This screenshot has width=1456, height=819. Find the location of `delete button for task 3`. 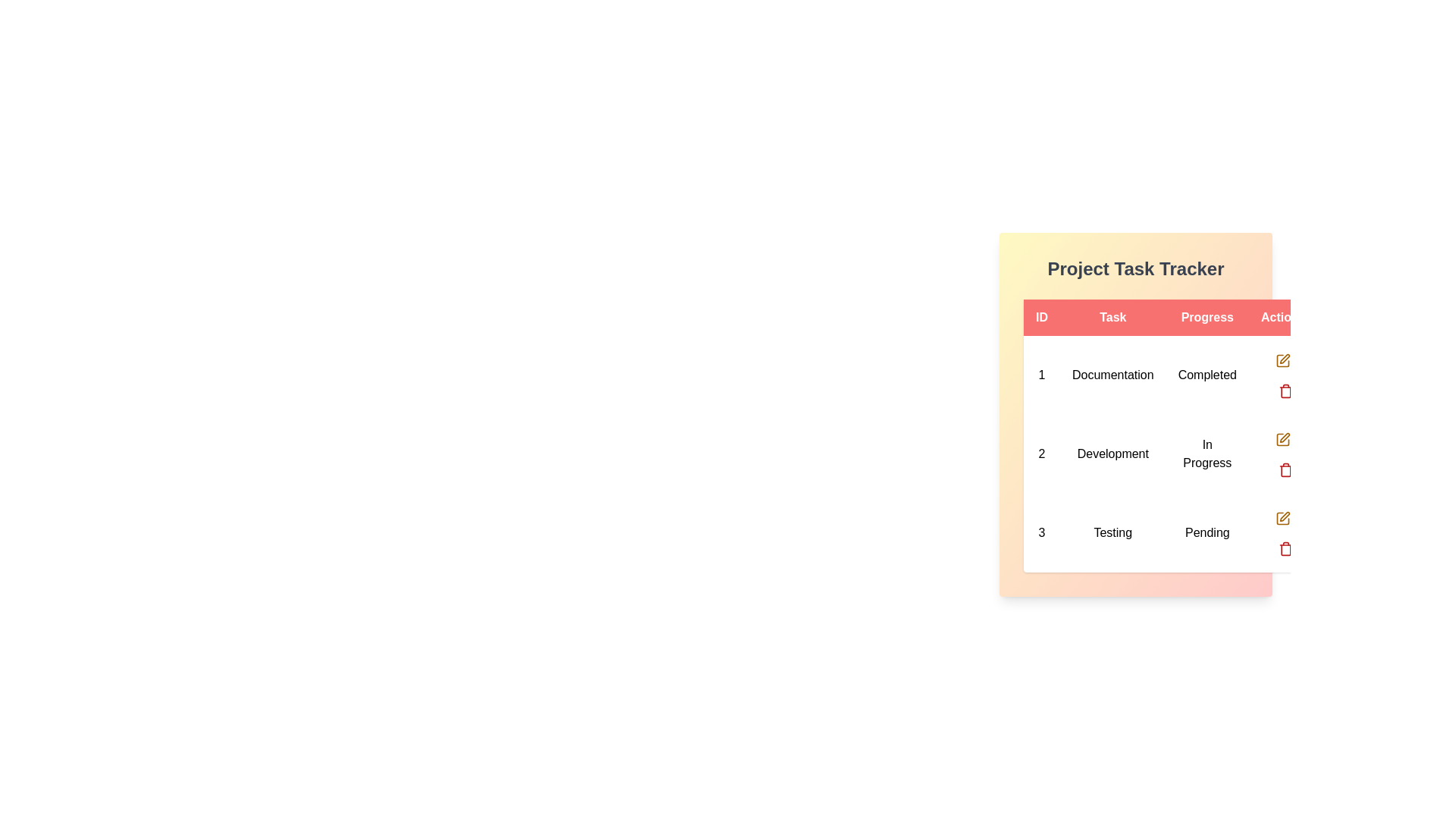

delete button for task 3 is located at coordinates (1285, 548).